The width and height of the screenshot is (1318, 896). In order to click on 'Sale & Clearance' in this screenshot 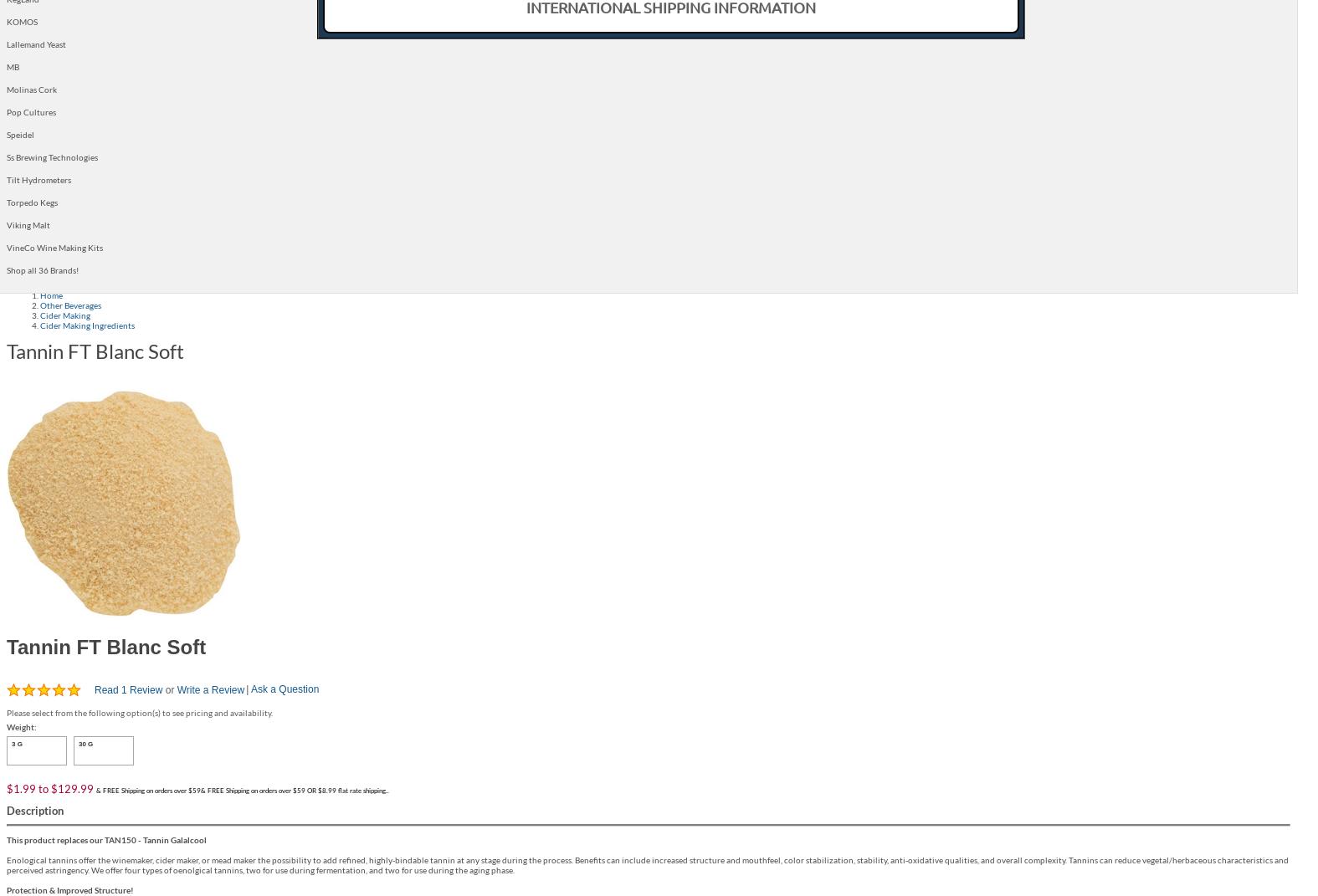, I will do `click(222, 154)`.